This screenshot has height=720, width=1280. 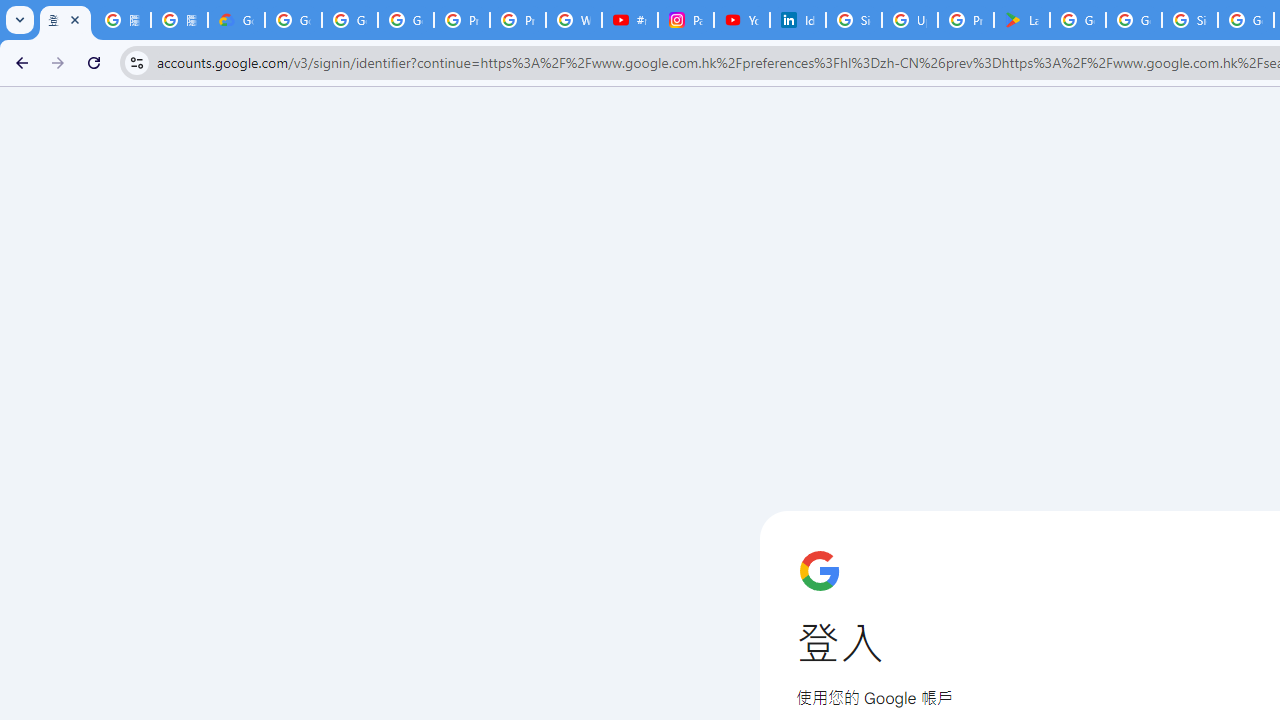 What do you see at coordinates (741, 20) in the screenshot?
I see `'YouTube Culture & Trends - On The Rise: Handcam Videos'` at bounding box center [741, 20].